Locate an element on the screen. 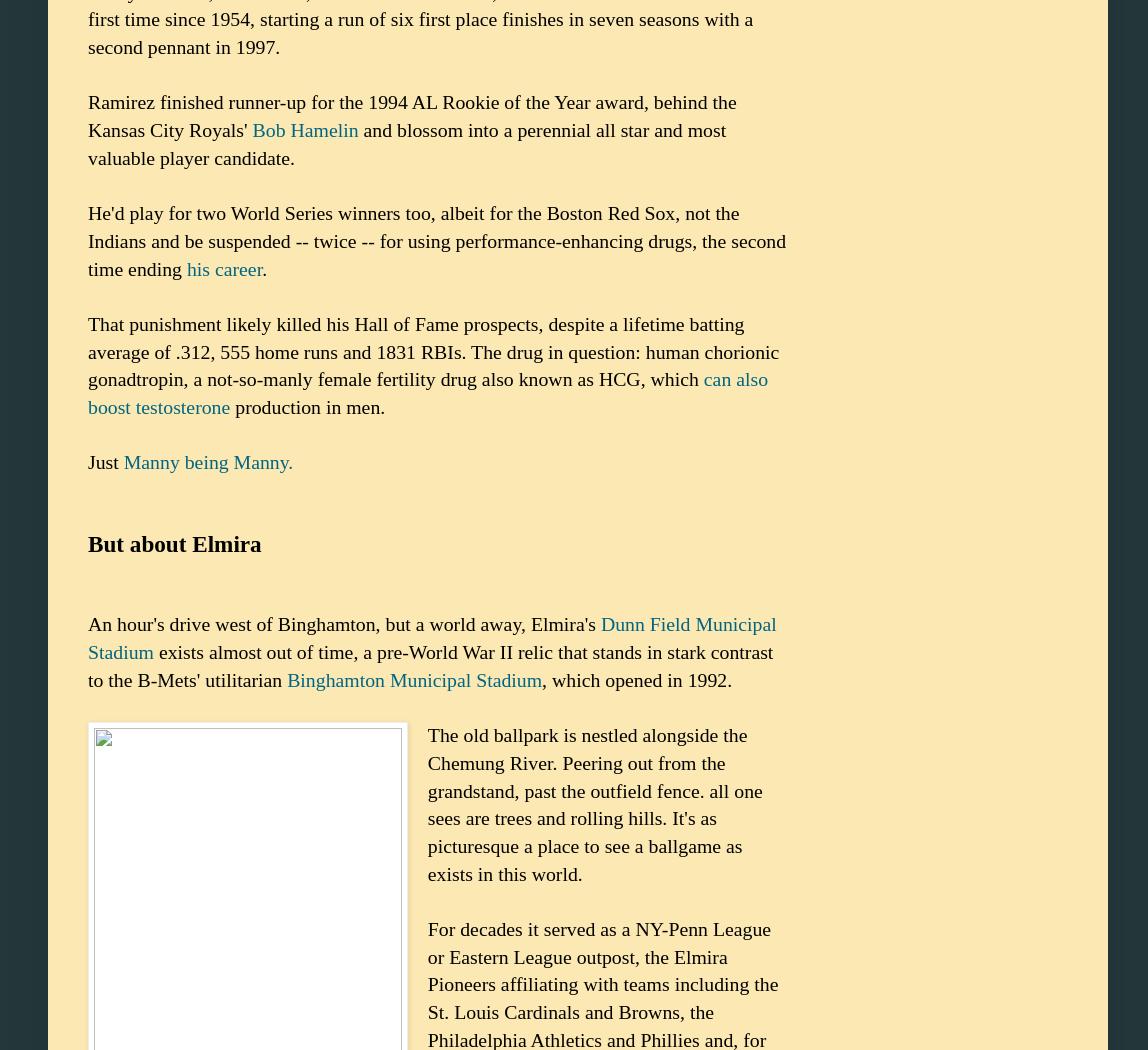 This screenshot has width=1148, height=1050. 'An hour's drive west of Binghamton, but a world away, Elmira's' is located at coordinates (344, 624).